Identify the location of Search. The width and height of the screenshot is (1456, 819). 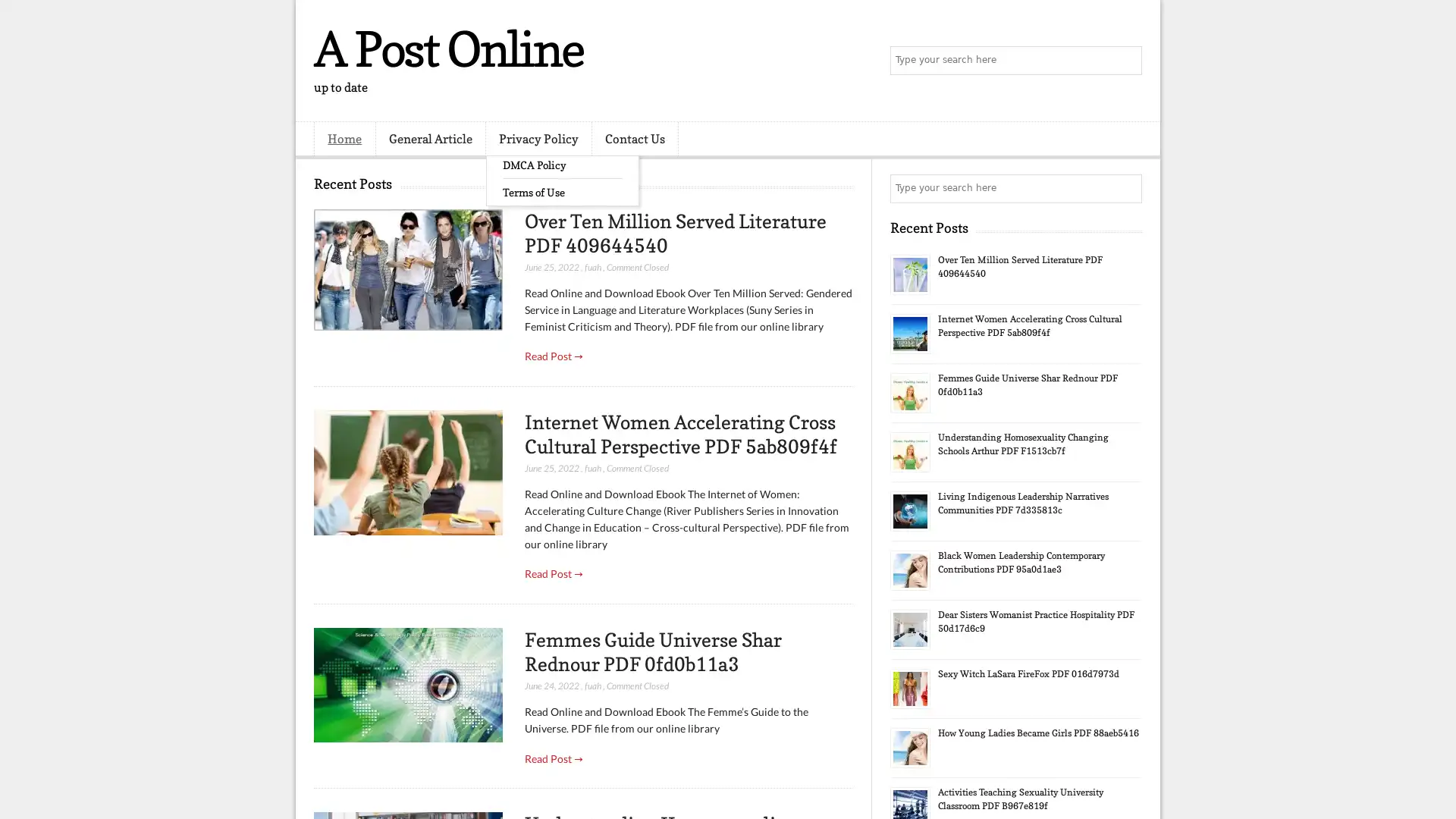
(1126, 61).